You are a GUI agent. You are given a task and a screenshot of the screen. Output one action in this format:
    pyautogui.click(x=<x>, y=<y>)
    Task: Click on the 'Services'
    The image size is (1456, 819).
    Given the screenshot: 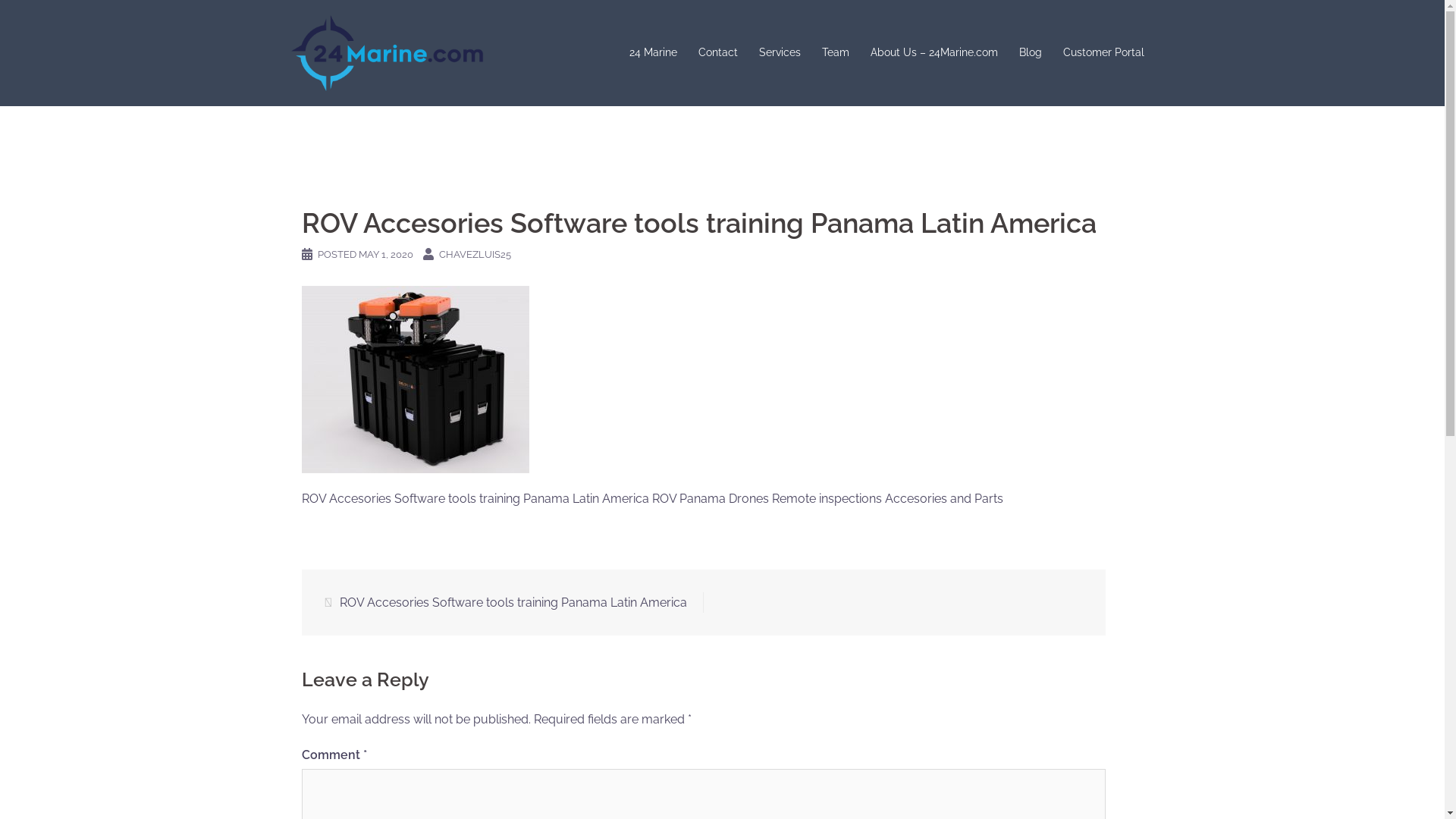 What is the action you would take?
    pyautogui.click(x=779, y=52)
    